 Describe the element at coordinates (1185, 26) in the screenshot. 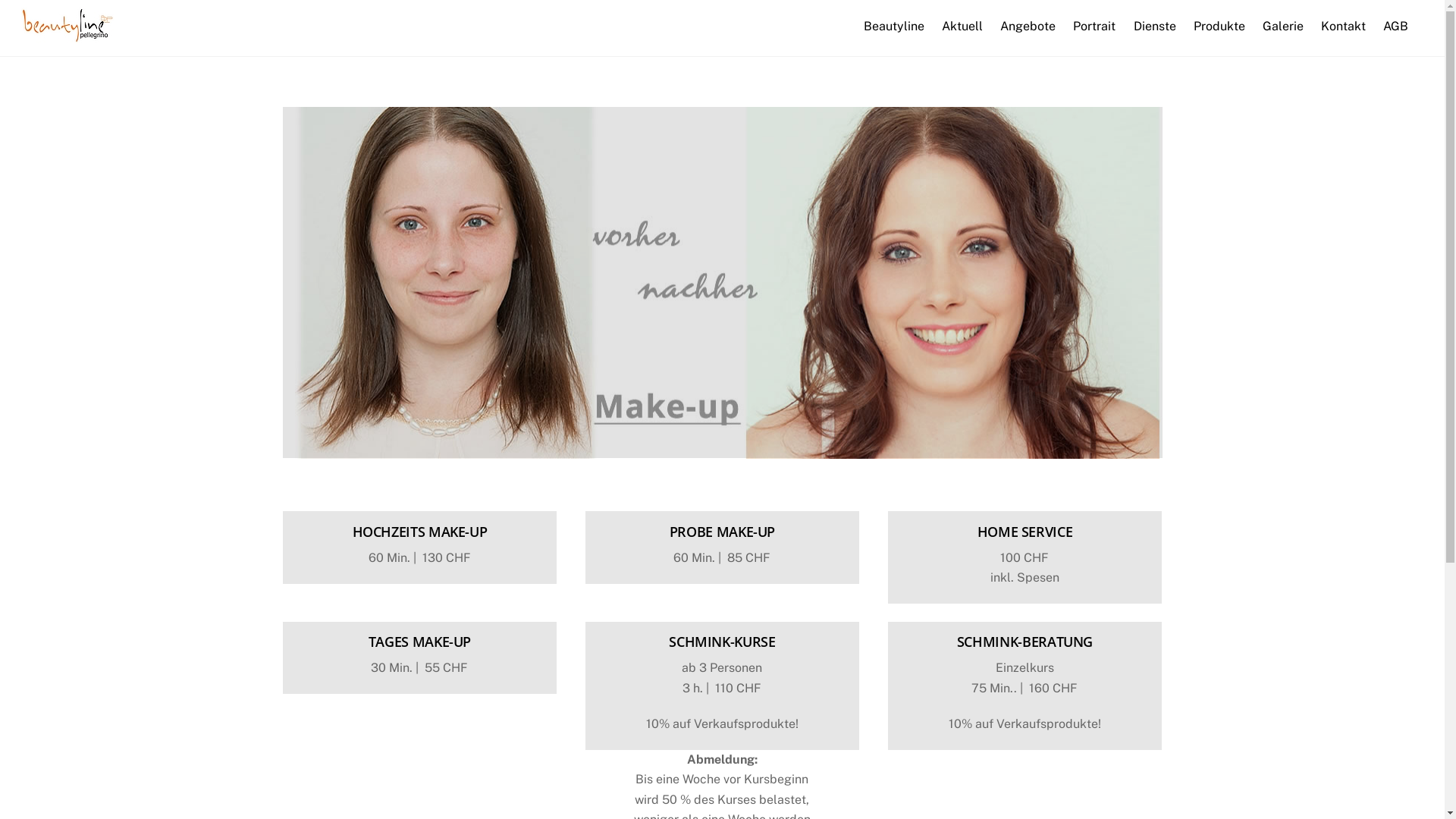

I see `'Produkte'` at that location.